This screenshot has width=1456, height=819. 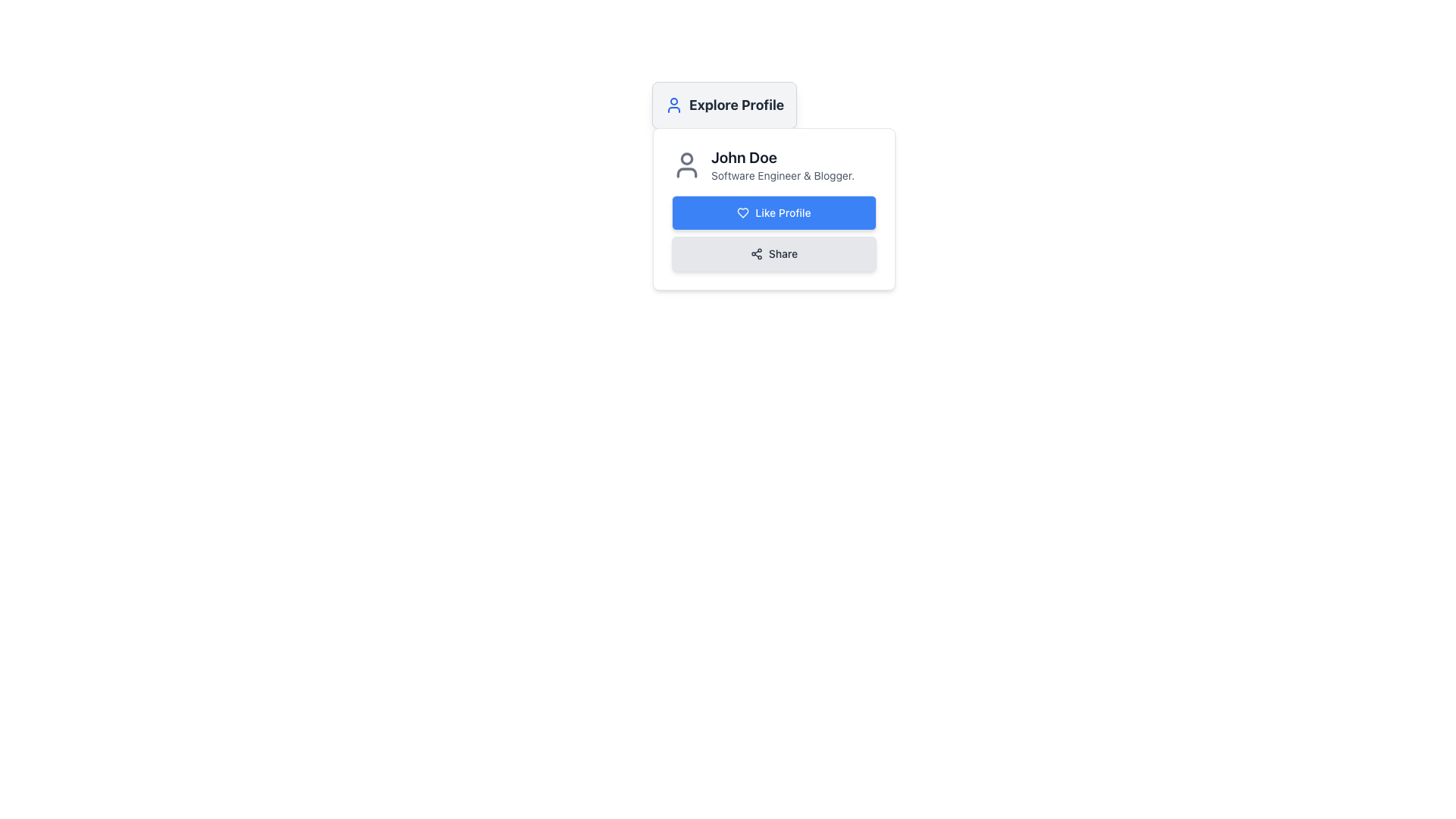 I want to click on the Decorative SVG detail located directly beneath the circular shape in the profile section of the icon, so click(x=686, y=171).